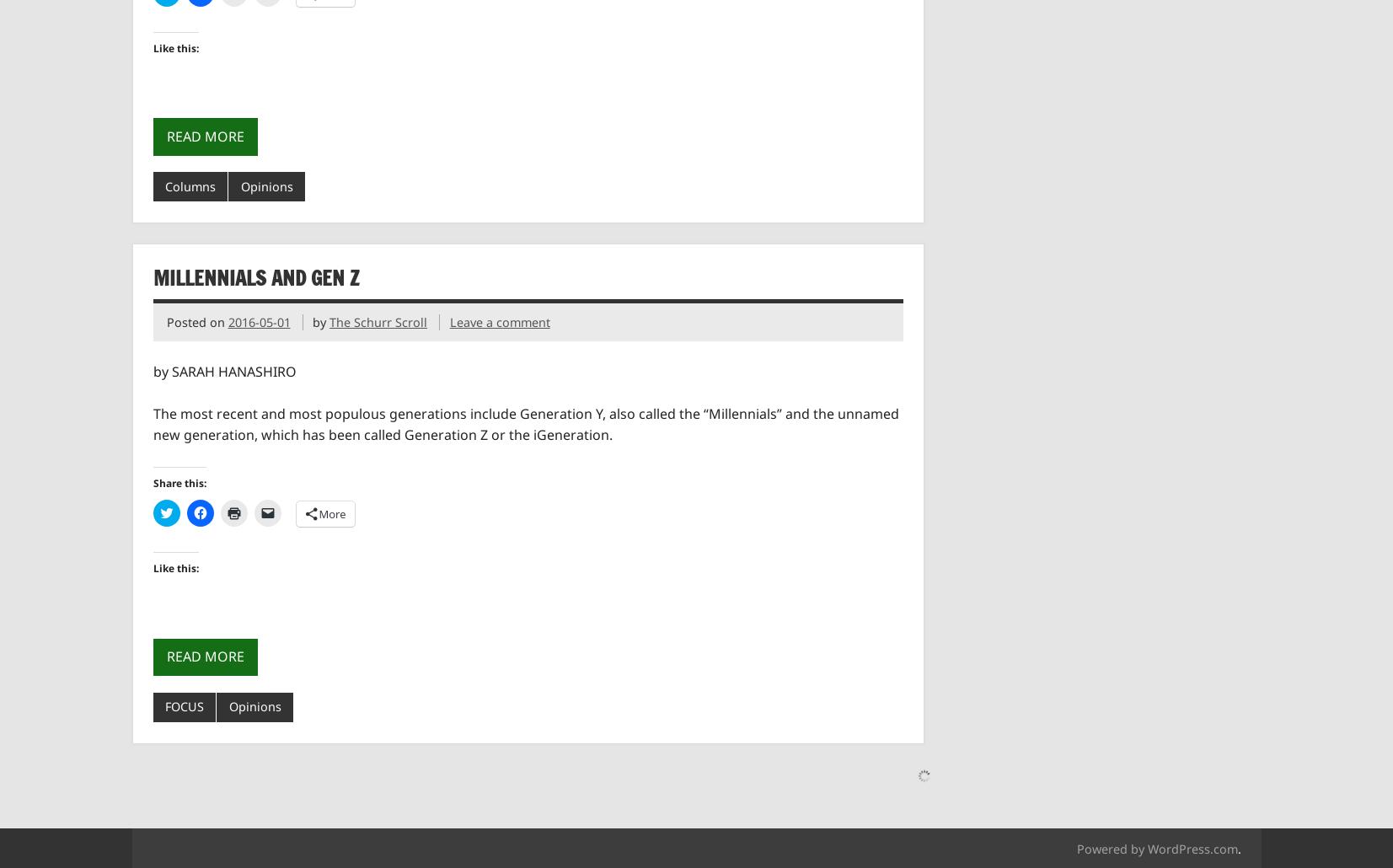 This screenshot has width=1393, height=868. I want to click on 'by', so click(311, 321).